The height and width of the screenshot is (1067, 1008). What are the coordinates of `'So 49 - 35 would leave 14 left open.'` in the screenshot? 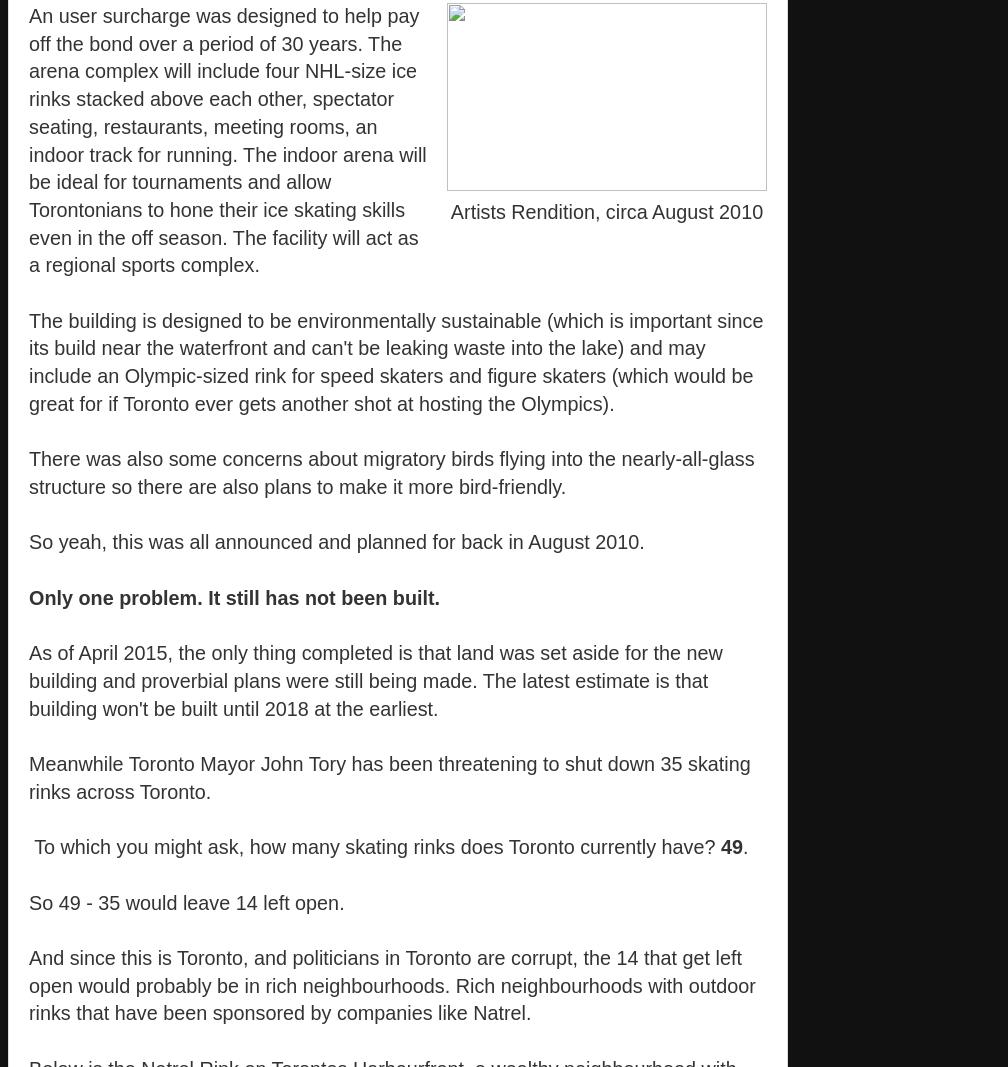 It's located at (29, 902).